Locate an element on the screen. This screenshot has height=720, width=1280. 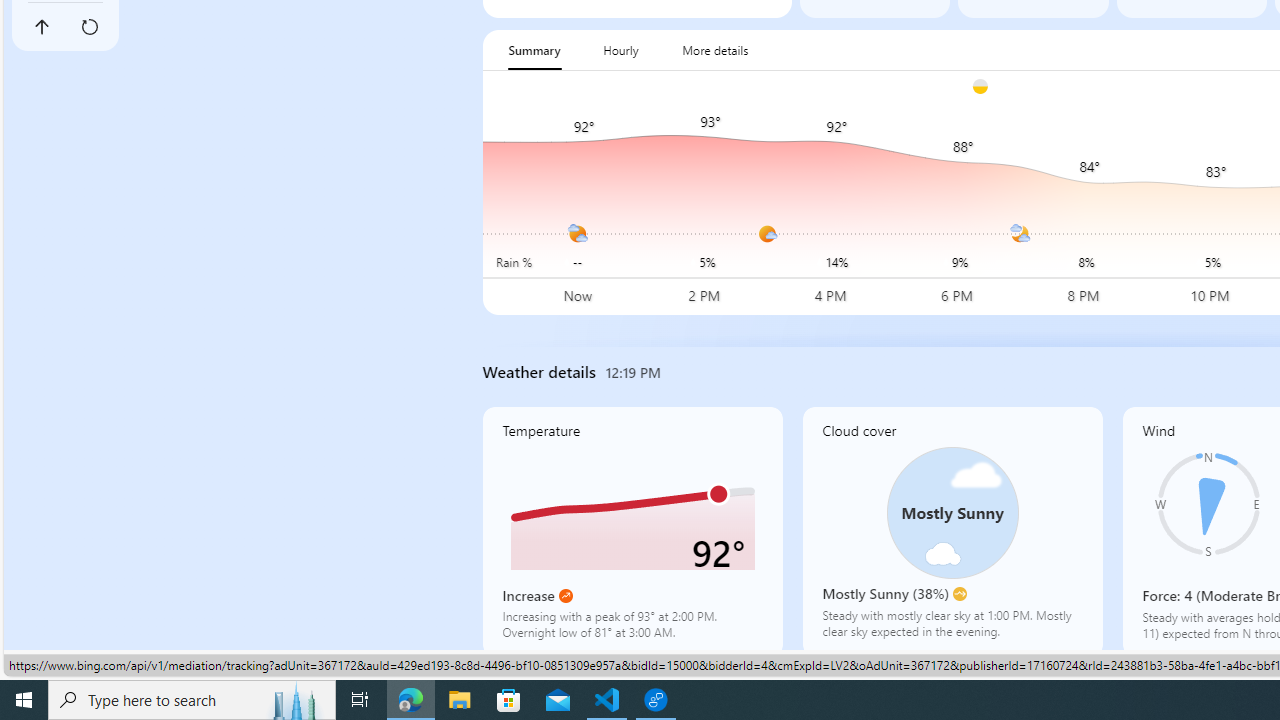
'Class: cloudCoverSvg-DS-ps0R9q' is located at coordinates (951, 512).